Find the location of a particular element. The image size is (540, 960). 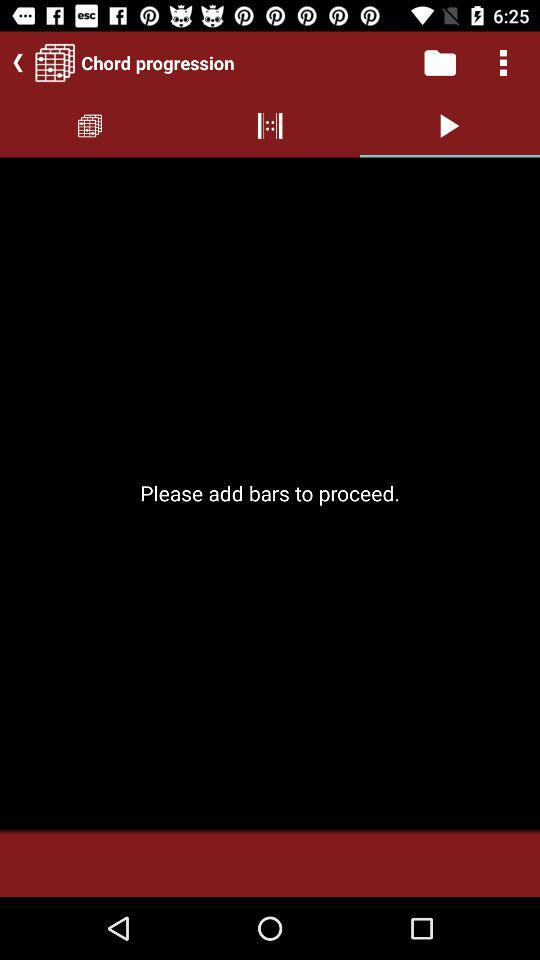

the date_range icon is located at coordinates (55, 62).